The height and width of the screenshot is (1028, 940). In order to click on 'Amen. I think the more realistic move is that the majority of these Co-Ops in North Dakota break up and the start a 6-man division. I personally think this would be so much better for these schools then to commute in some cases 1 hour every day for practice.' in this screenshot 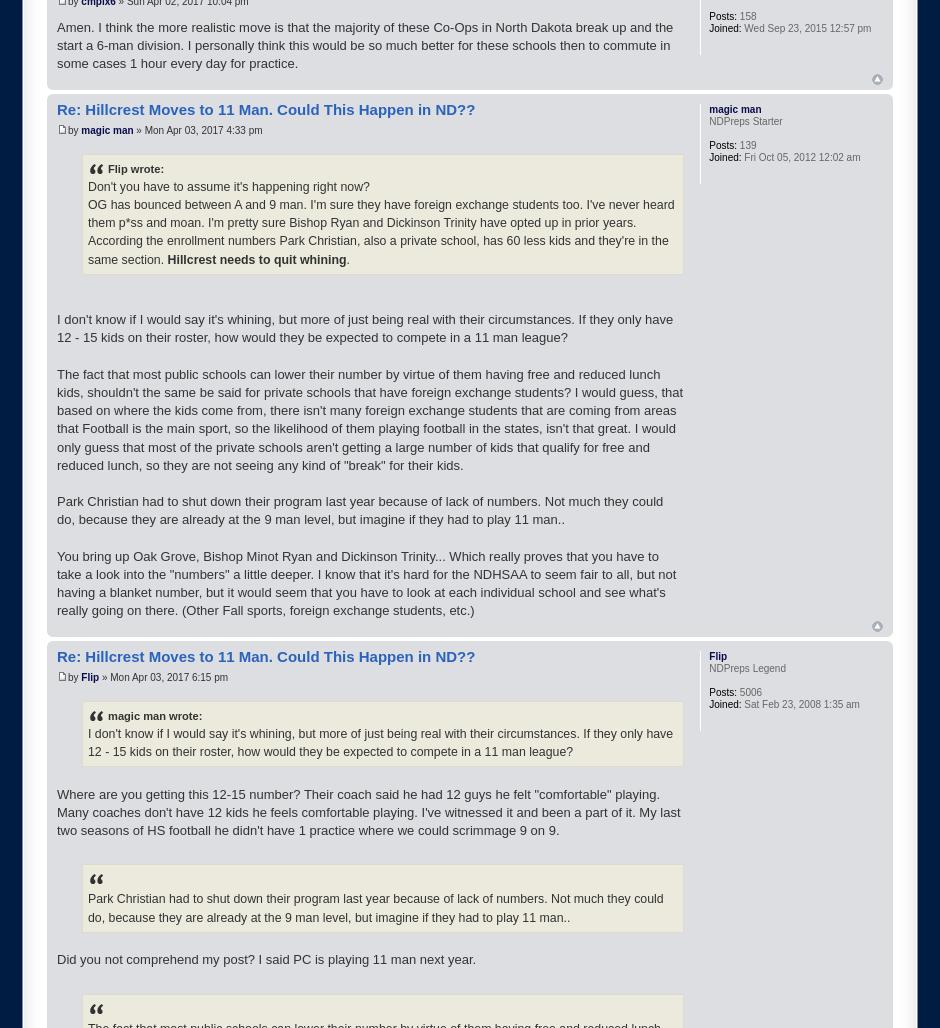, I will do `click(364, 45)`.